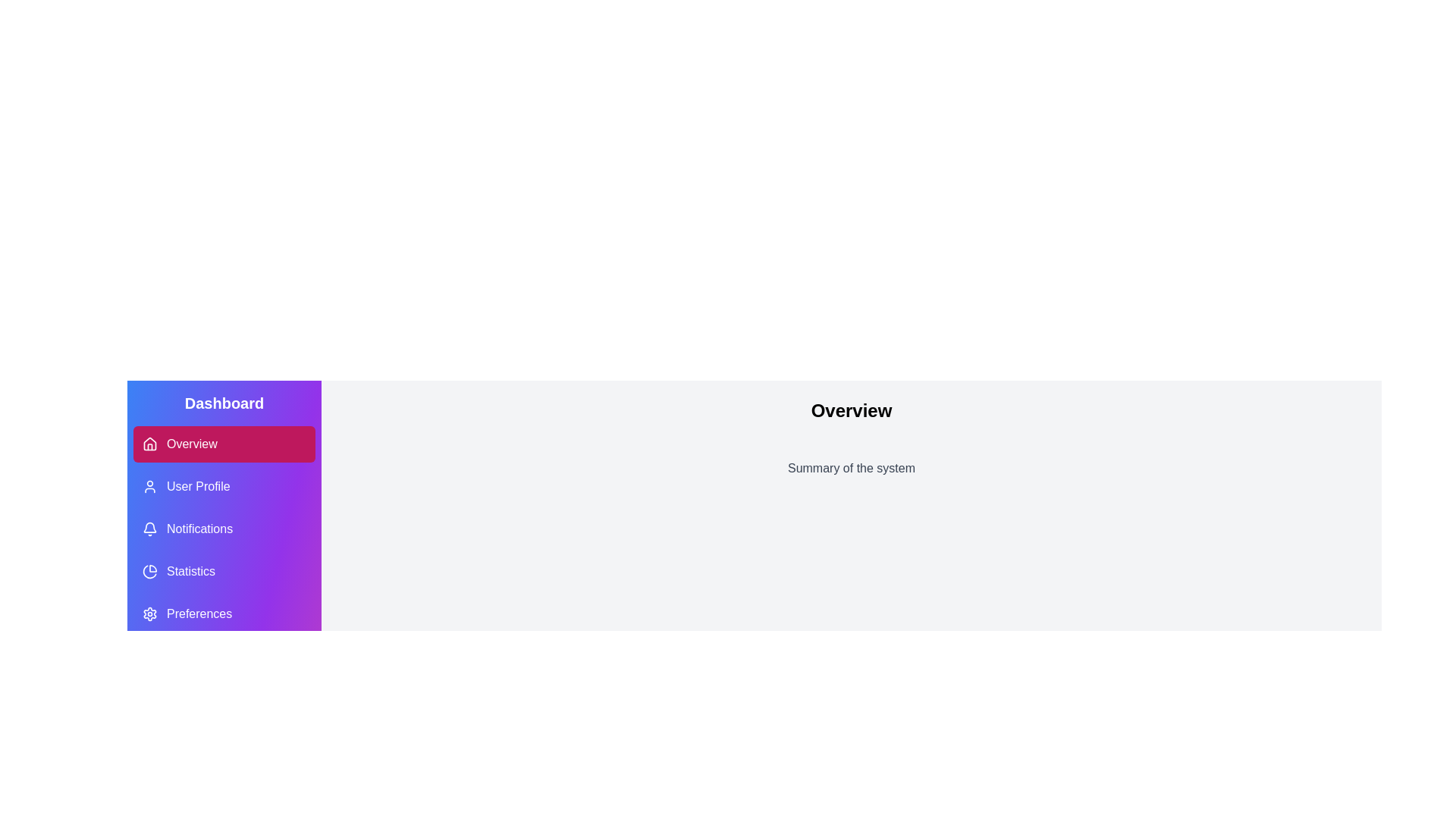 The image size is (1456, 819). I want to click on the informational text label located below the 'Overview' title, which provides a brief descriptive summary about the system, so click(852, 467).